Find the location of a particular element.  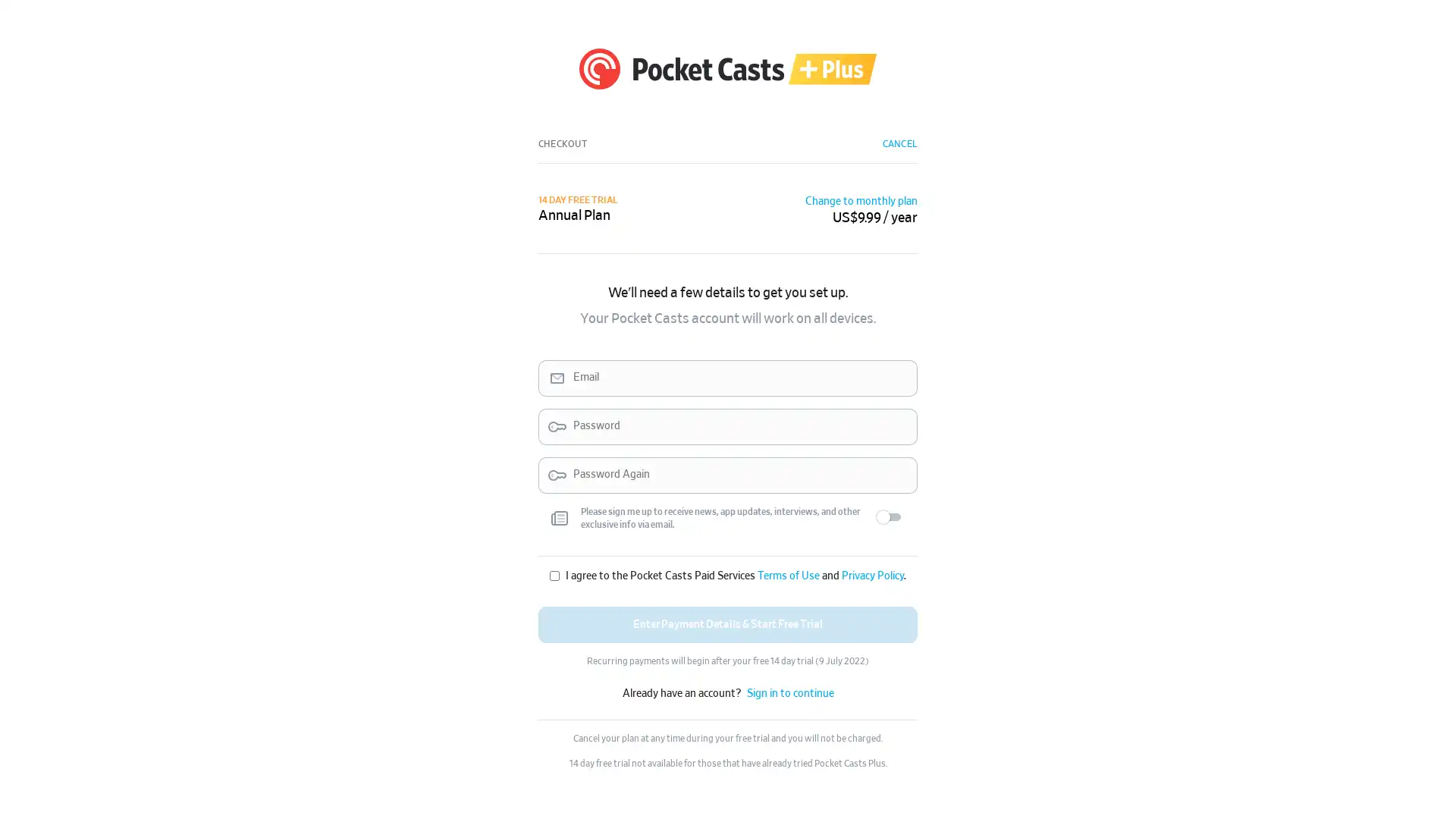

Change to monthly plan is located at coordinates (861, 201).